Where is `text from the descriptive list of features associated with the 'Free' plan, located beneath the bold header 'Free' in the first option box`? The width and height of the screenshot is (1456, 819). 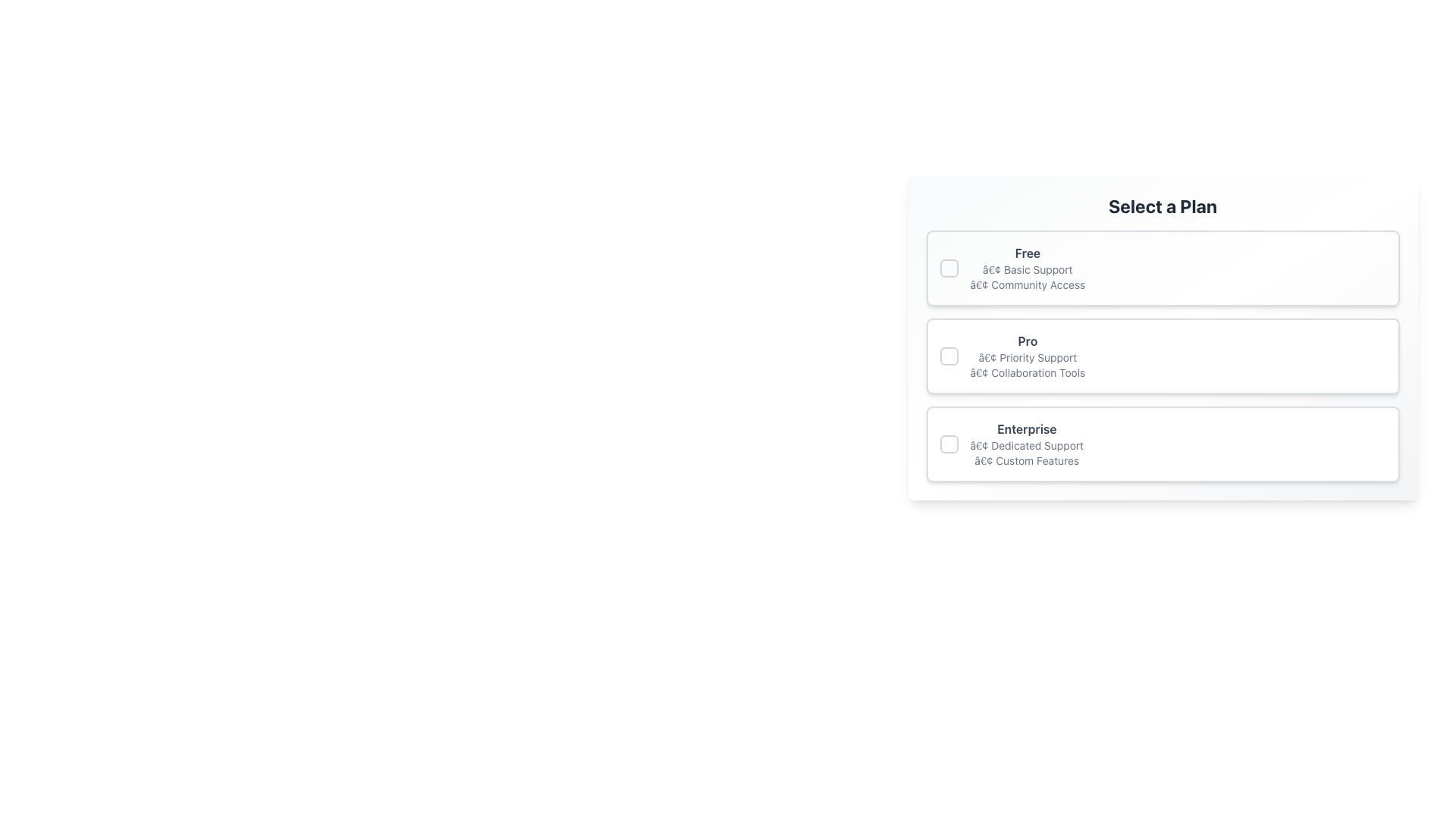 text from the descriptive list of features associated with the 'Free' plan, located beneath the bold header 'Free' in the first option box is located at coordinates (1028, 278).